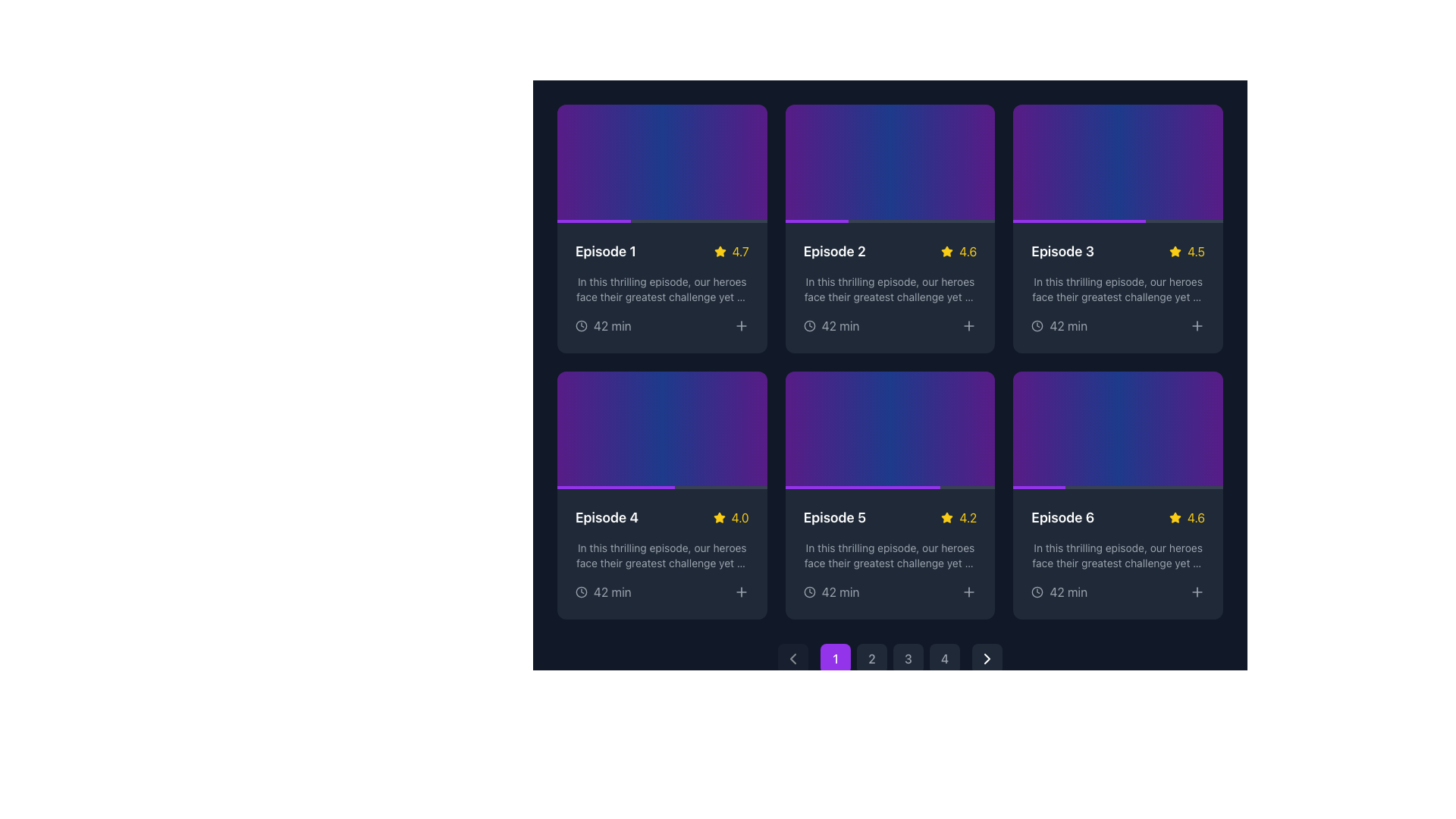 The width and height of the screenshot is (1456, 819). Describe the element at coordinates (1037, 325) in the screenshot. I see `the decorative circle element of the clock icon located in the bottom-left corner of the Episode 3 card to engage with nearby elements` at that location.